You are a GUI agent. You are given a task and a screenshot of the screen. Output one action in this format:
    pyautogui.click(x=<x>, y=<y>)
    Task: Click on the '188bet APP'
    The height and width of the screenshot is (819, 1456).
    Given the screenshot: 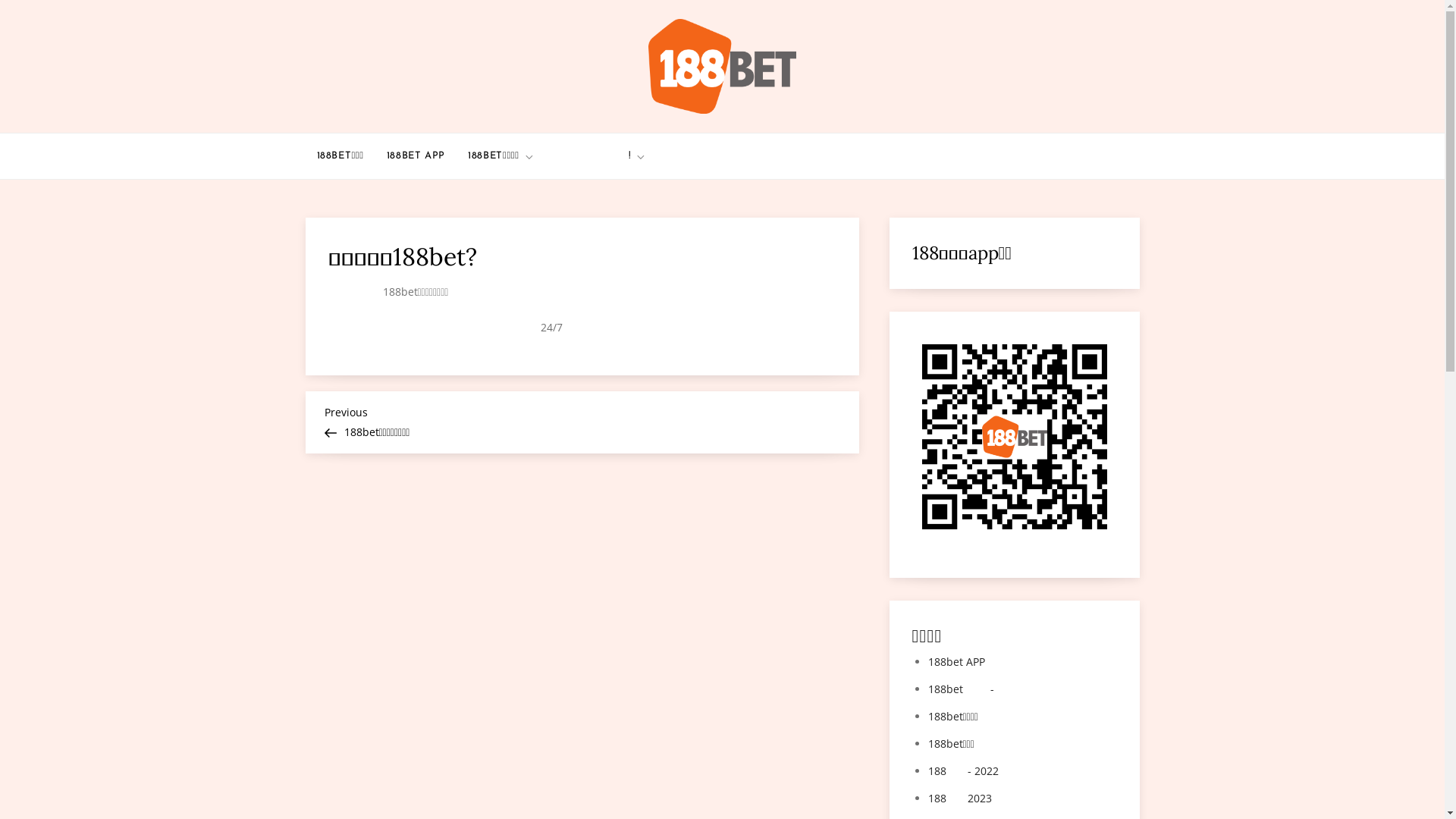 What is the action you would take?
    pyautogui.click(x=955, y=661)
    